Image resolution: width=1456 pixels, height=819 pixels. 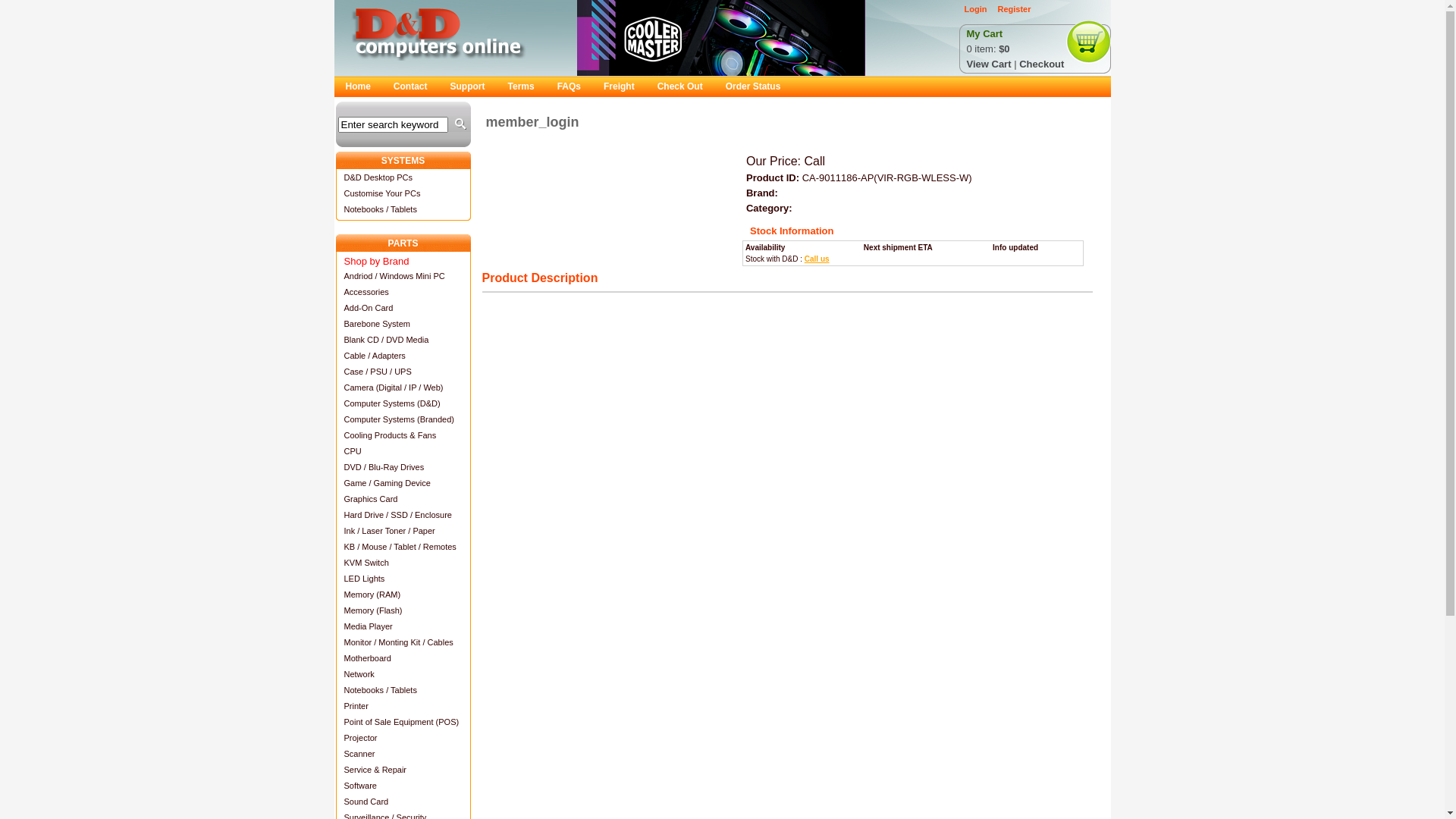 What do you see at coordinates (403, 355) in the screenshot?
I see `'Cable / Adapters'` at bounding box center [403, 355].